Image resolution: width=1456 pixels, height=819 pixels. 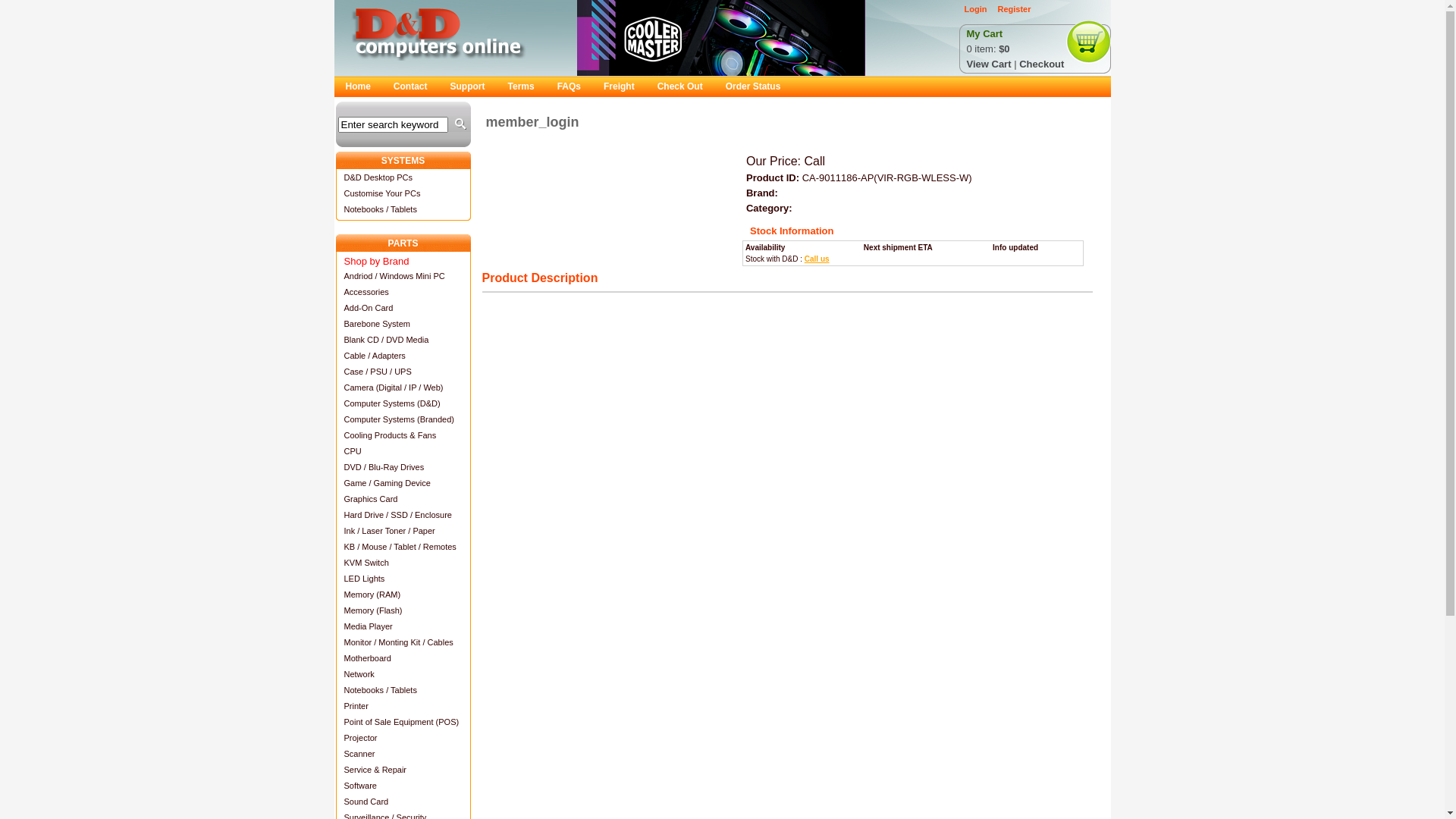 What do you see at coordinates (403, 355) in the screenshot?
I see `'Cable / Adapters'` at bounding box center [403, 355].